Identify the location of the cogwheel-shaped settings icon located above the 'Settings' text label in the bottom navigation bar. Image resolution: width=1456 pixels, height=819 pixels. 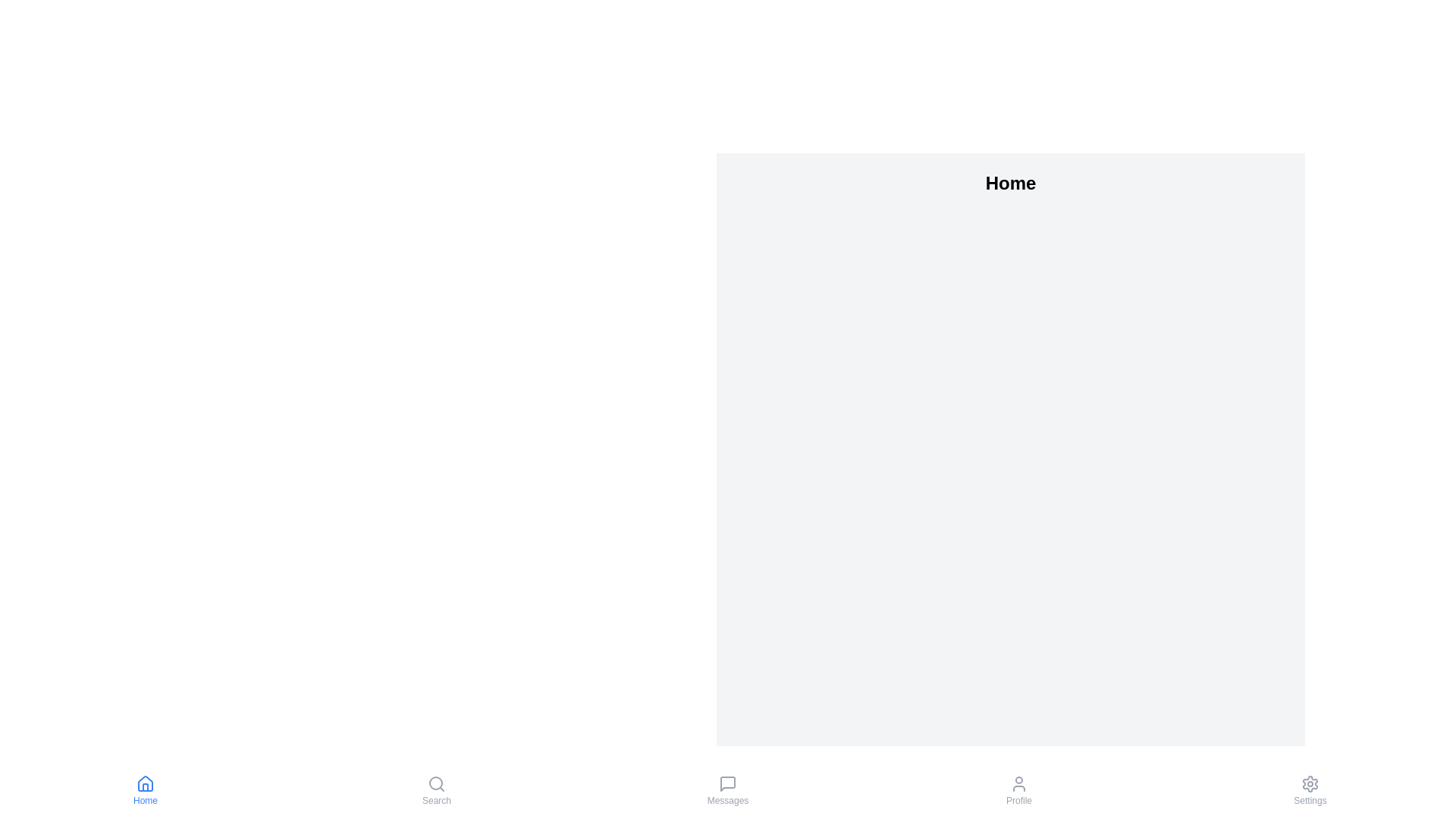
(1310, 783).